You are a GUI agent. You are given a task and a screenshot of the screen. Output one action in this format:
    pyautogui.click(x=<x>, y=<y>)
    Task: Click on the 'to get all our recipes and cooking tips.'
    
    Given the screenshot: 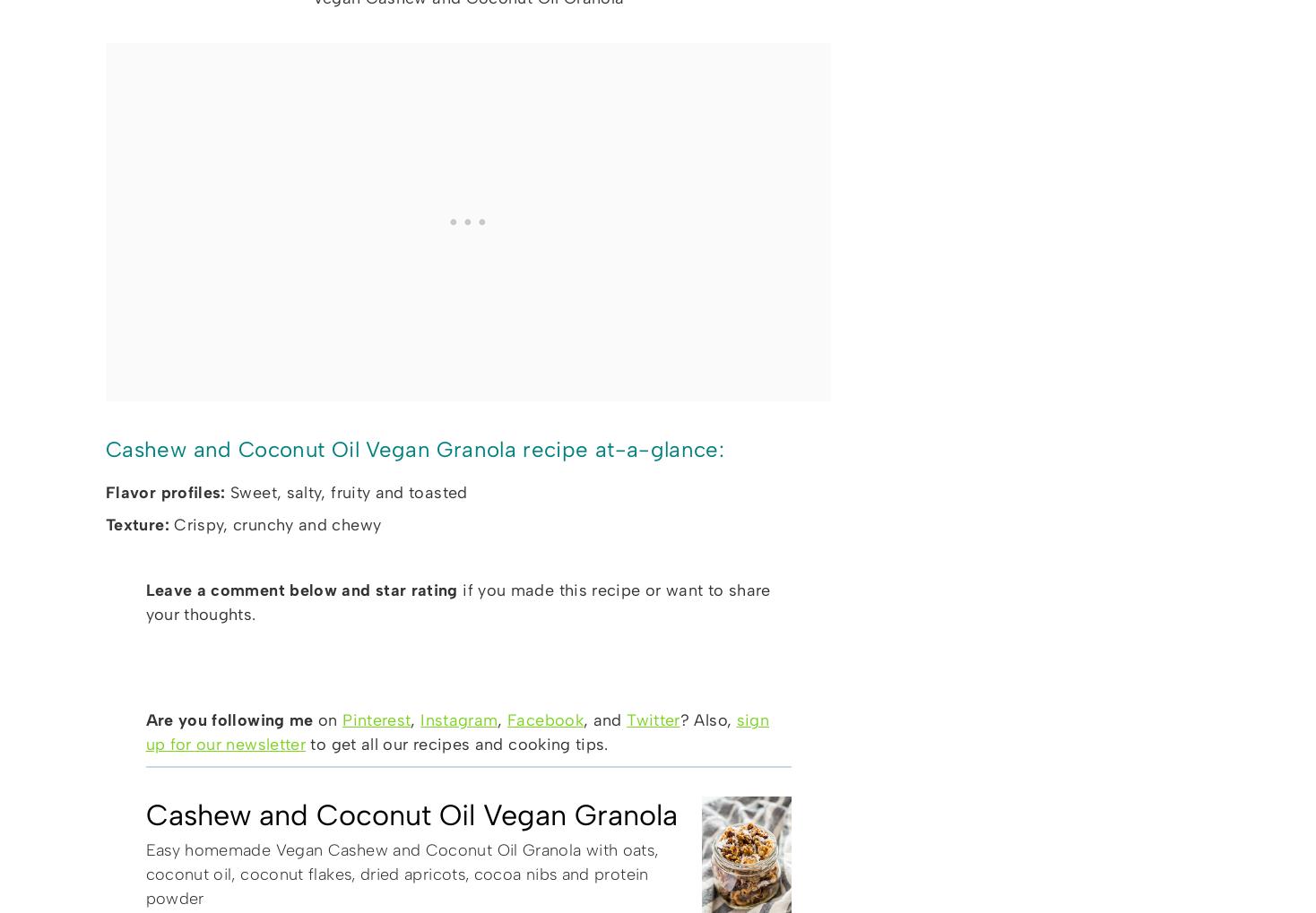 What is the action you would take?
    pyautogui.click(x=455, y=744)
    